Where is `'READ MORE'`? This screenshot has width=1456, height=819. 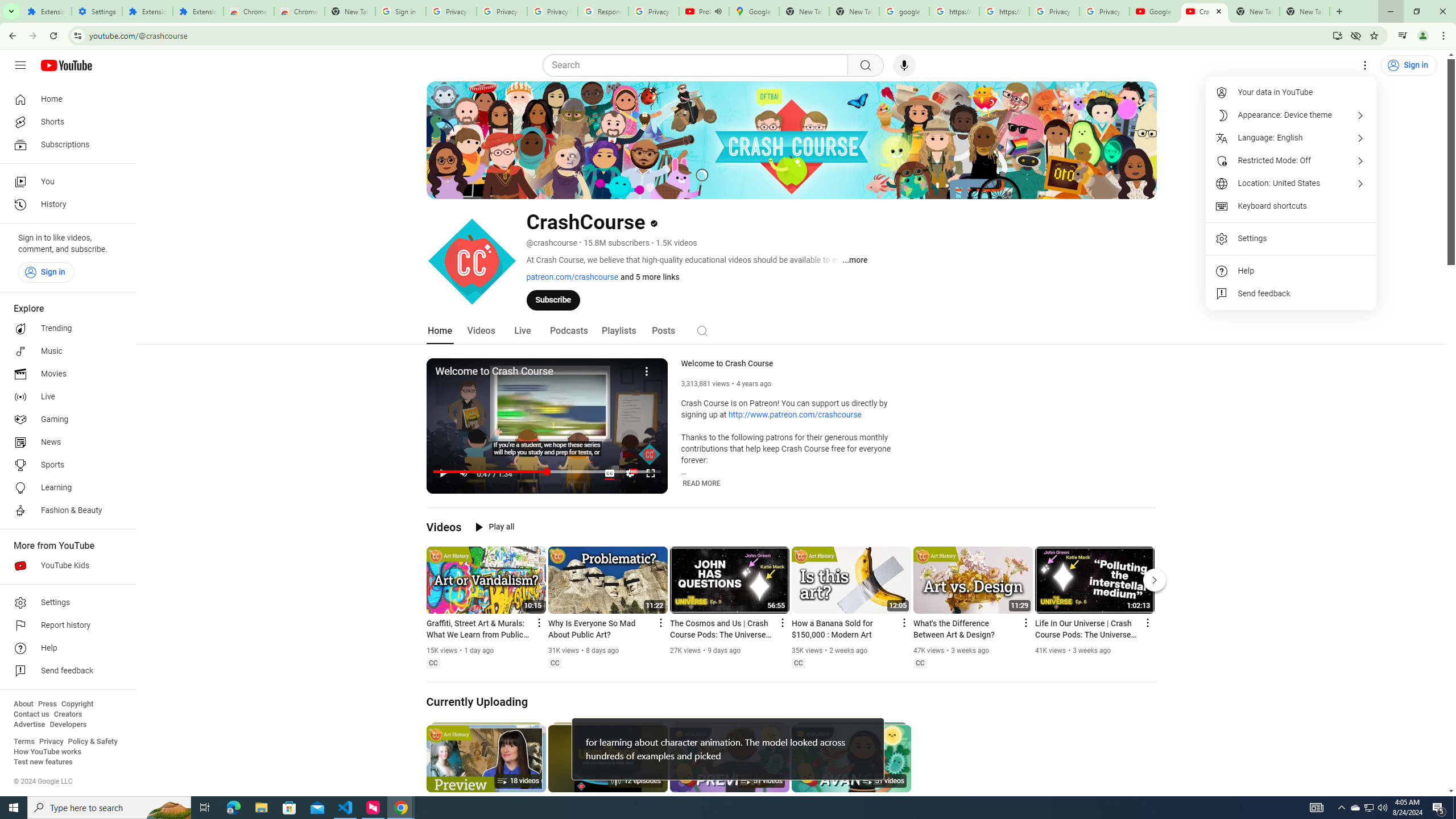 'READ MORE' is located at coordinates (701, 483).